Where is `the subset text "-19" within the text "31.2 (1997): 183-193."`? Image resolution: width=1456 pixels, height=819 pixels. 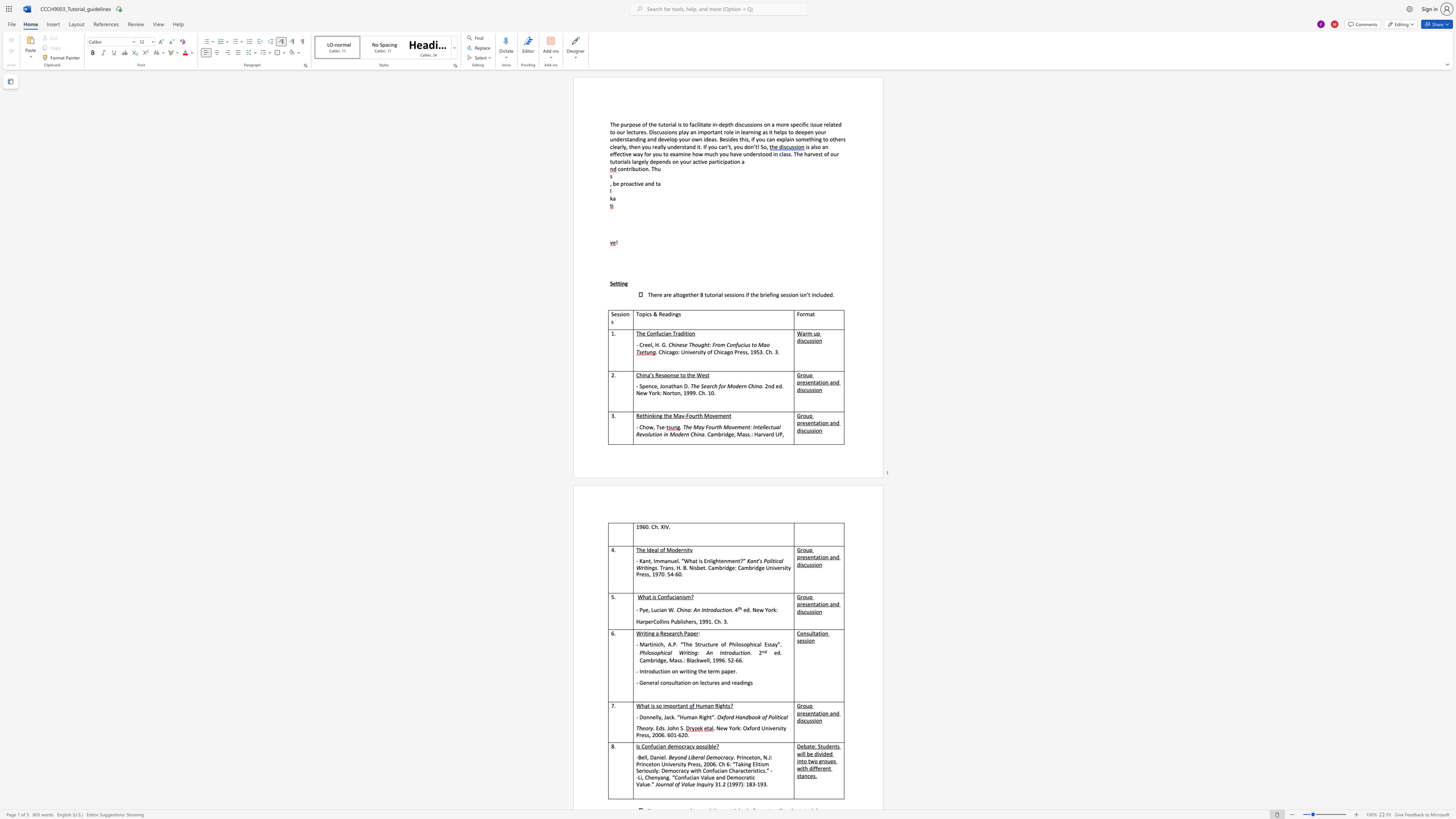
the subset text "-19" within the text "31.2 (1997): 183-193." is located at coordinates (755, 784).